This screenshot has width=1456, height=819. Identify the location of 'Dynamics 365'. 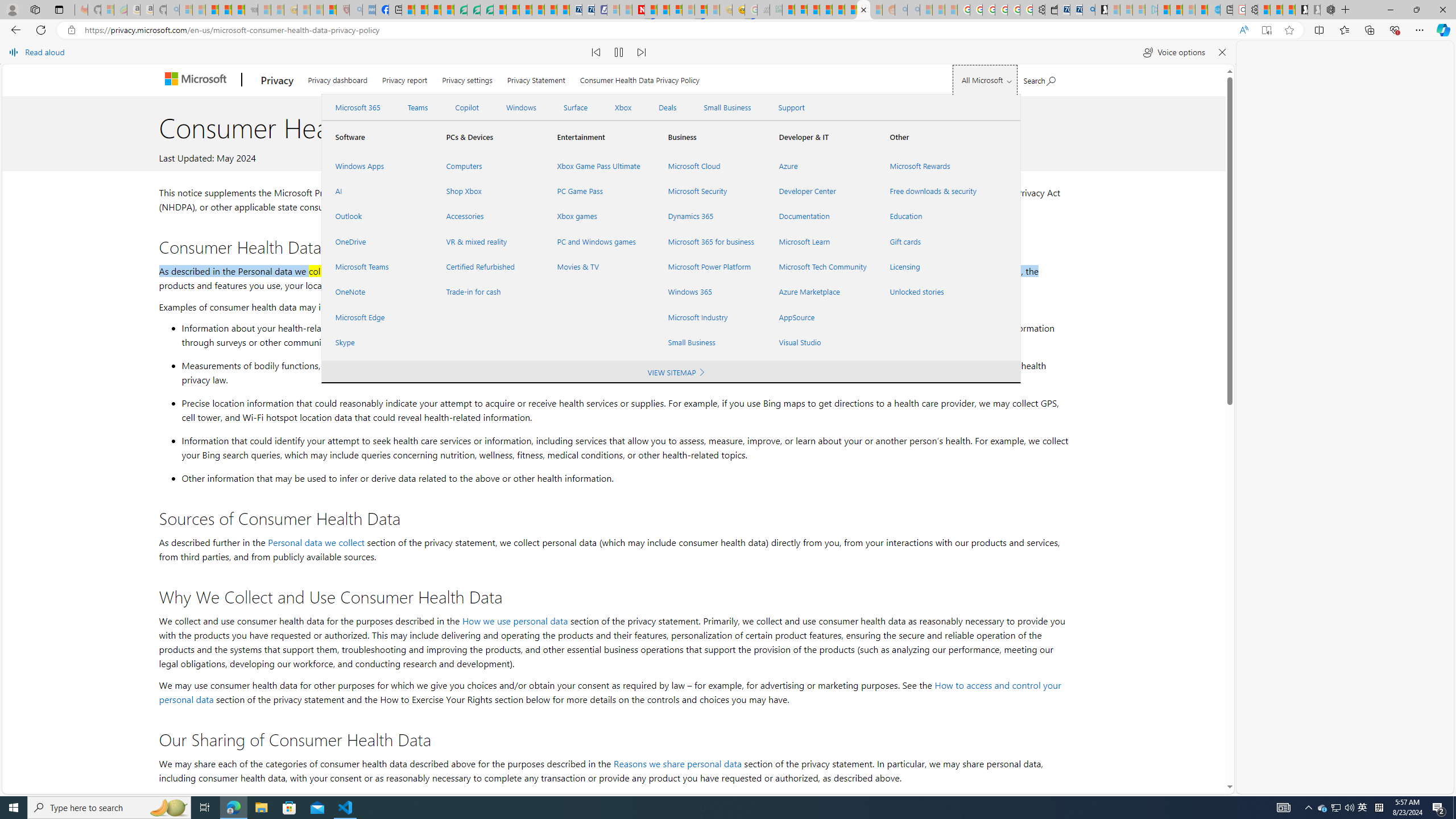
(709, 216).